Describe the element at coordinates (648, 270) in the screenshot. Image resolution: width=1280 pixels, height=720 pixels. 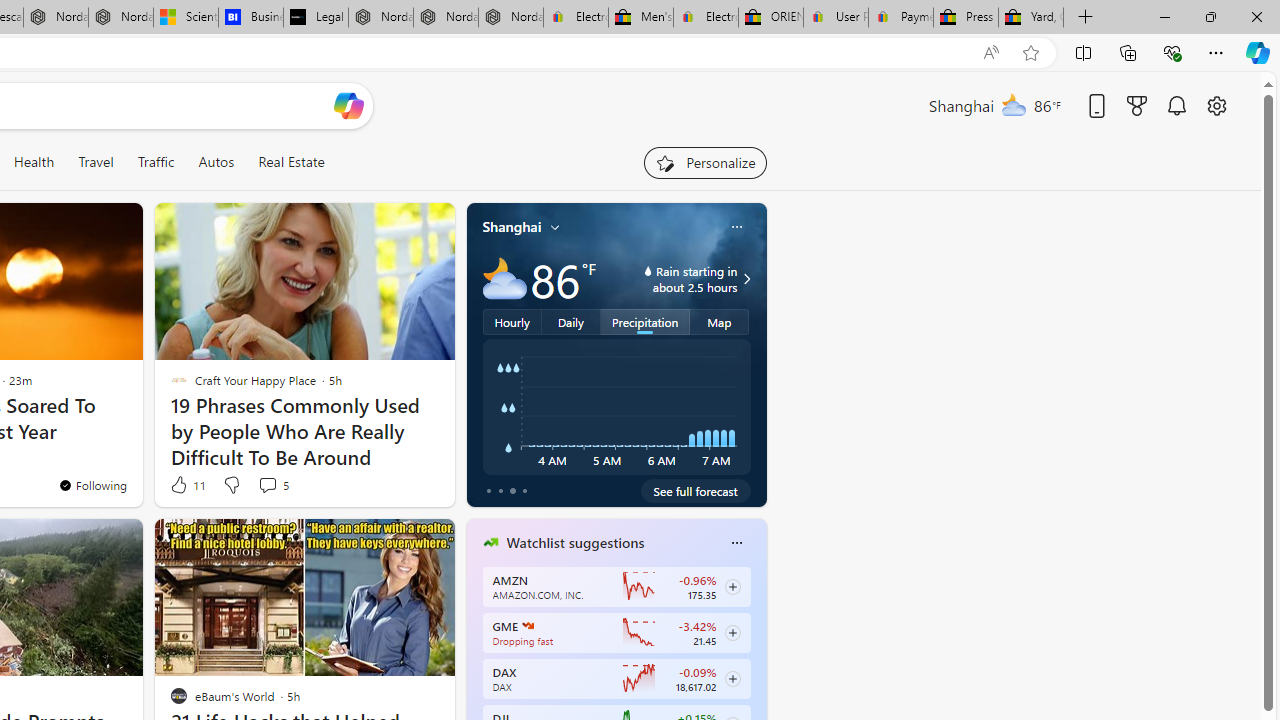
I see `'water-drop-icon'` at that location.